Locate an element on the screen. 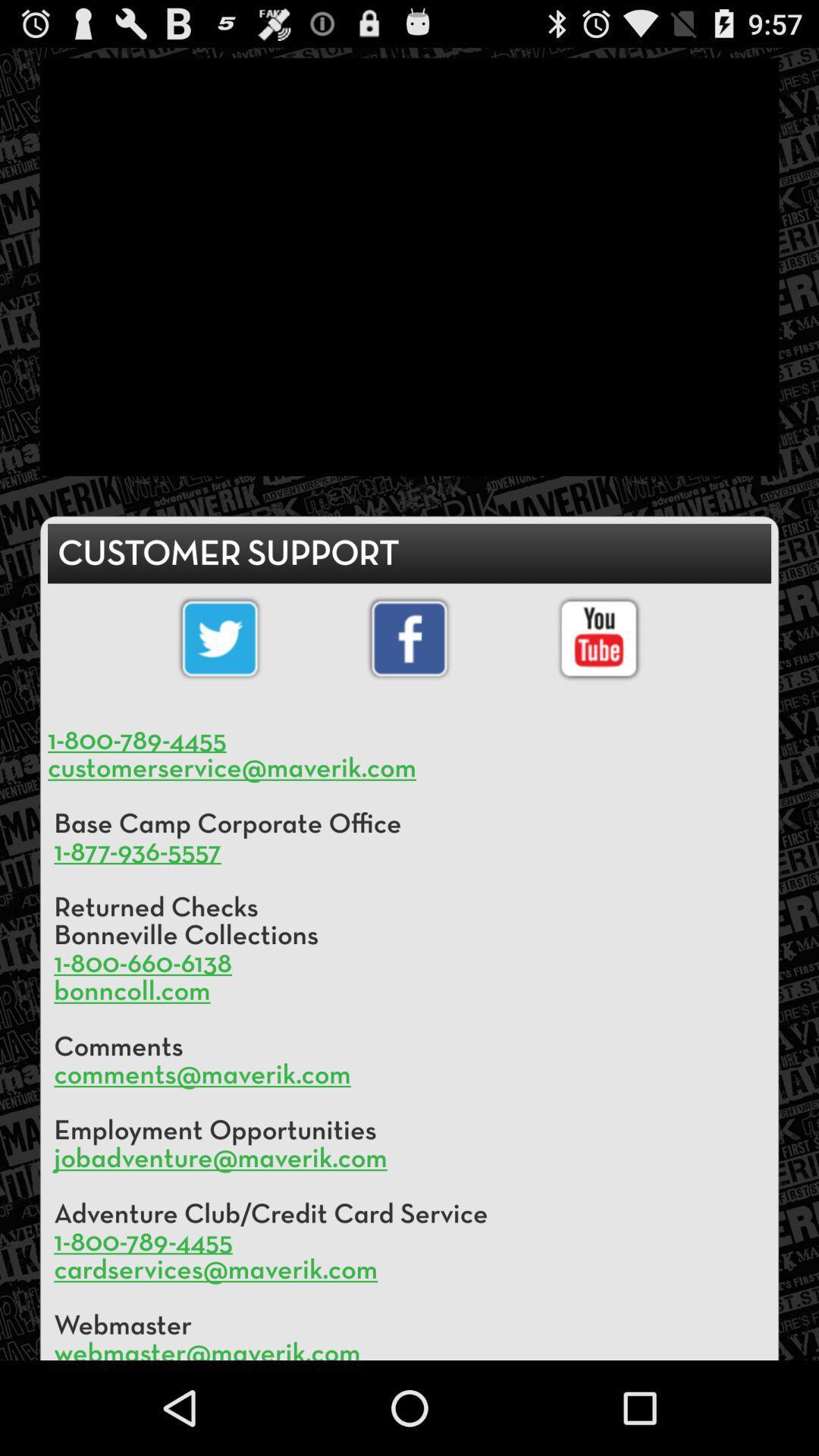 This screenshot has width=819, height=1456. you tube selection option is located at coordinates (598, 639).